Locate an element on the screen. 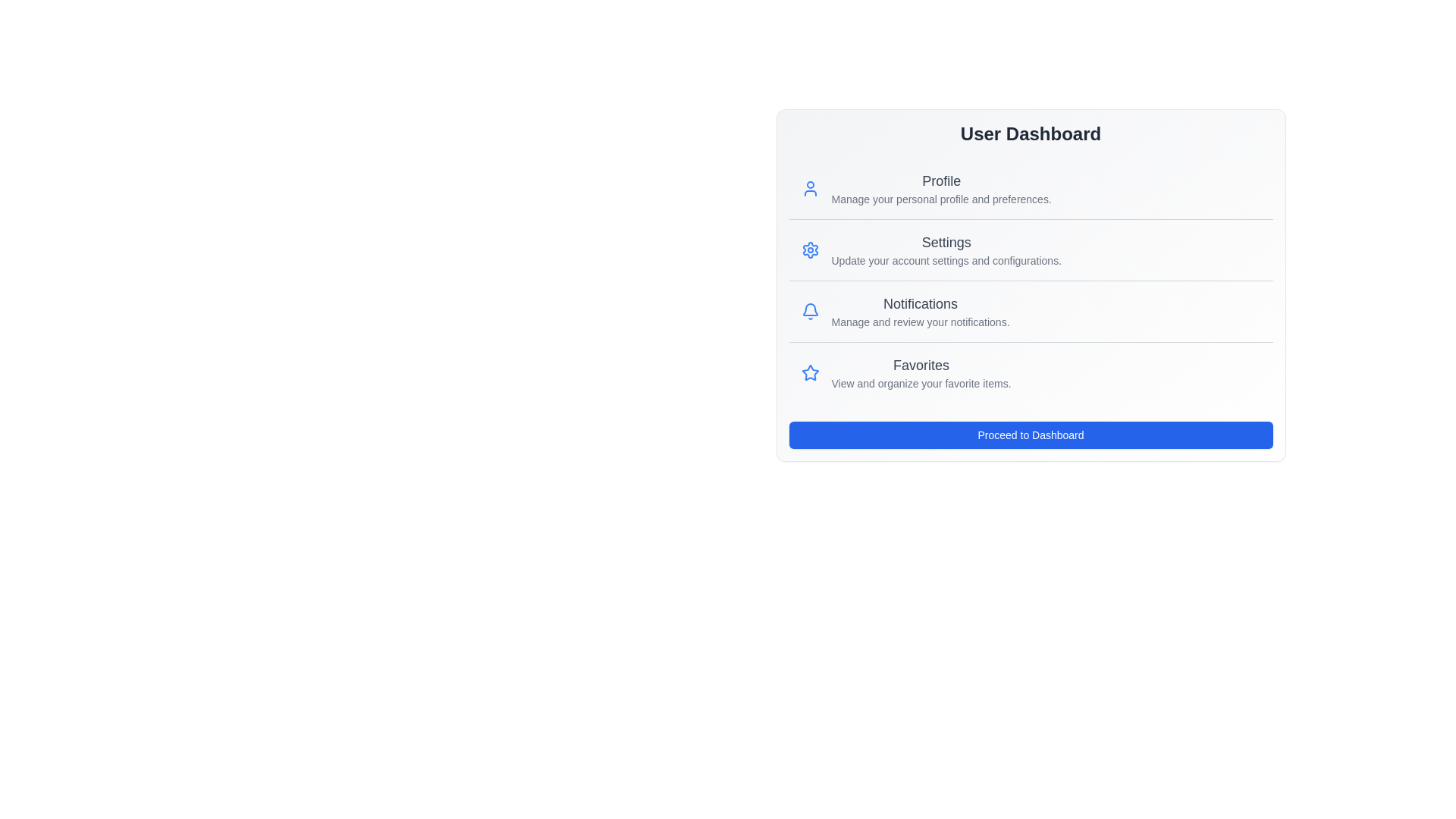 The width and height of the screenshot is (1456, 819). descriptive text under the bold title 'Settings', which provides information about updating account settings and configurations is located at coordinates (946, 249).